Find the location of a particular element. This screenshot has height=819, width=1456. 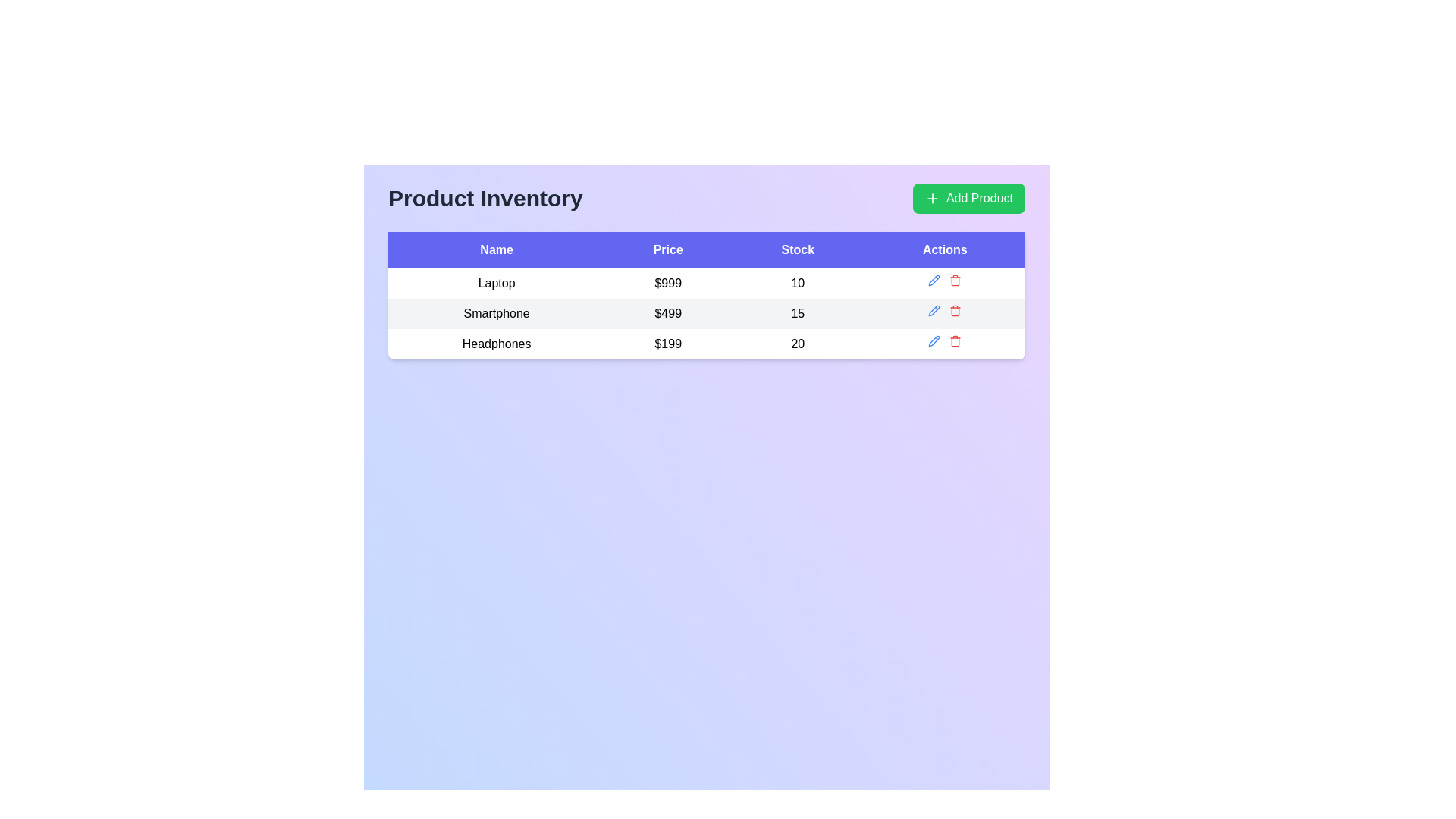

the first row is located at coordinates (705, 284).